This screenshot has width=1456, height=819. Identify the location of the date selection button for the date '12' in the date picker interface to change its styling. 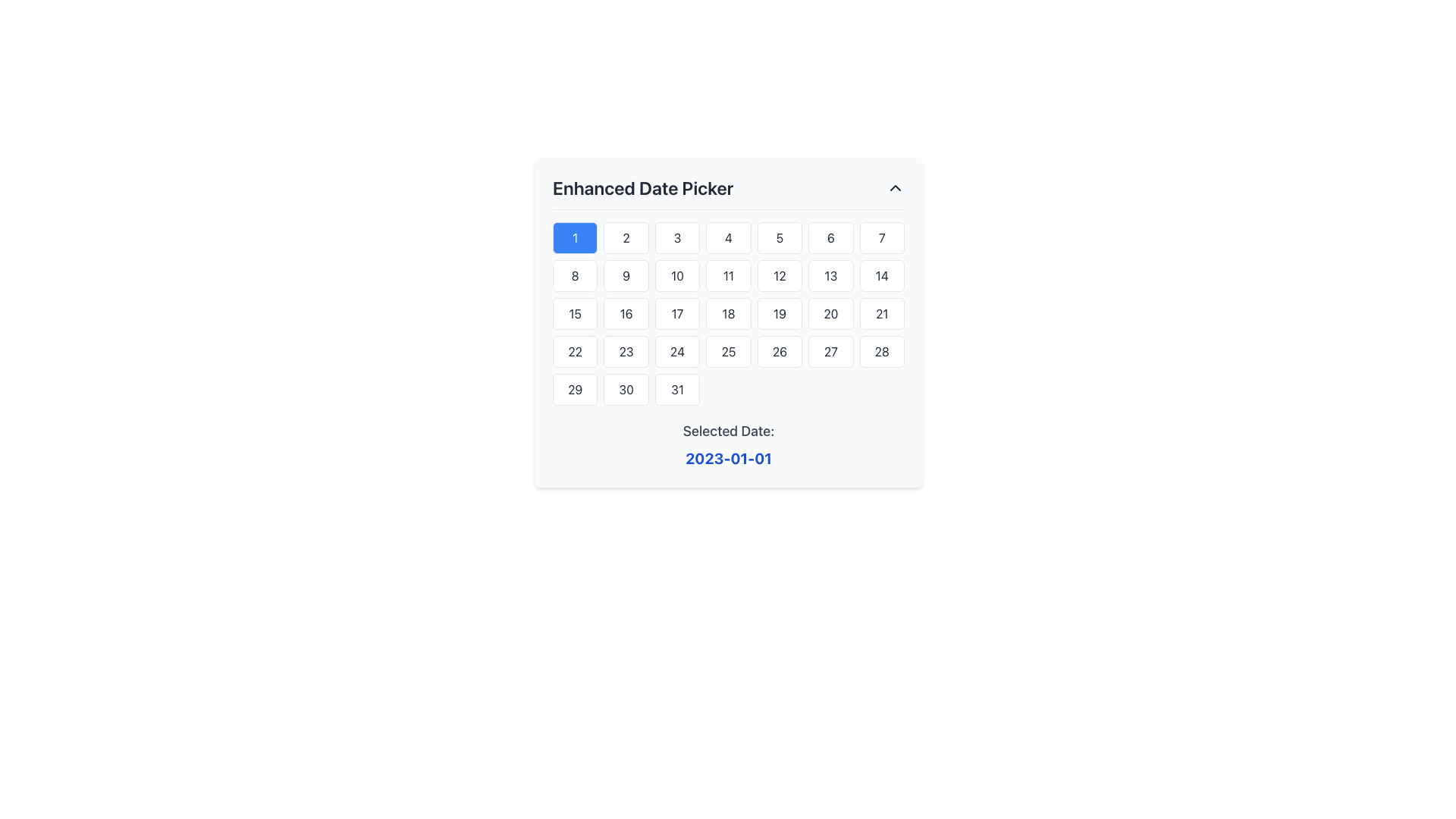
(780, 275).